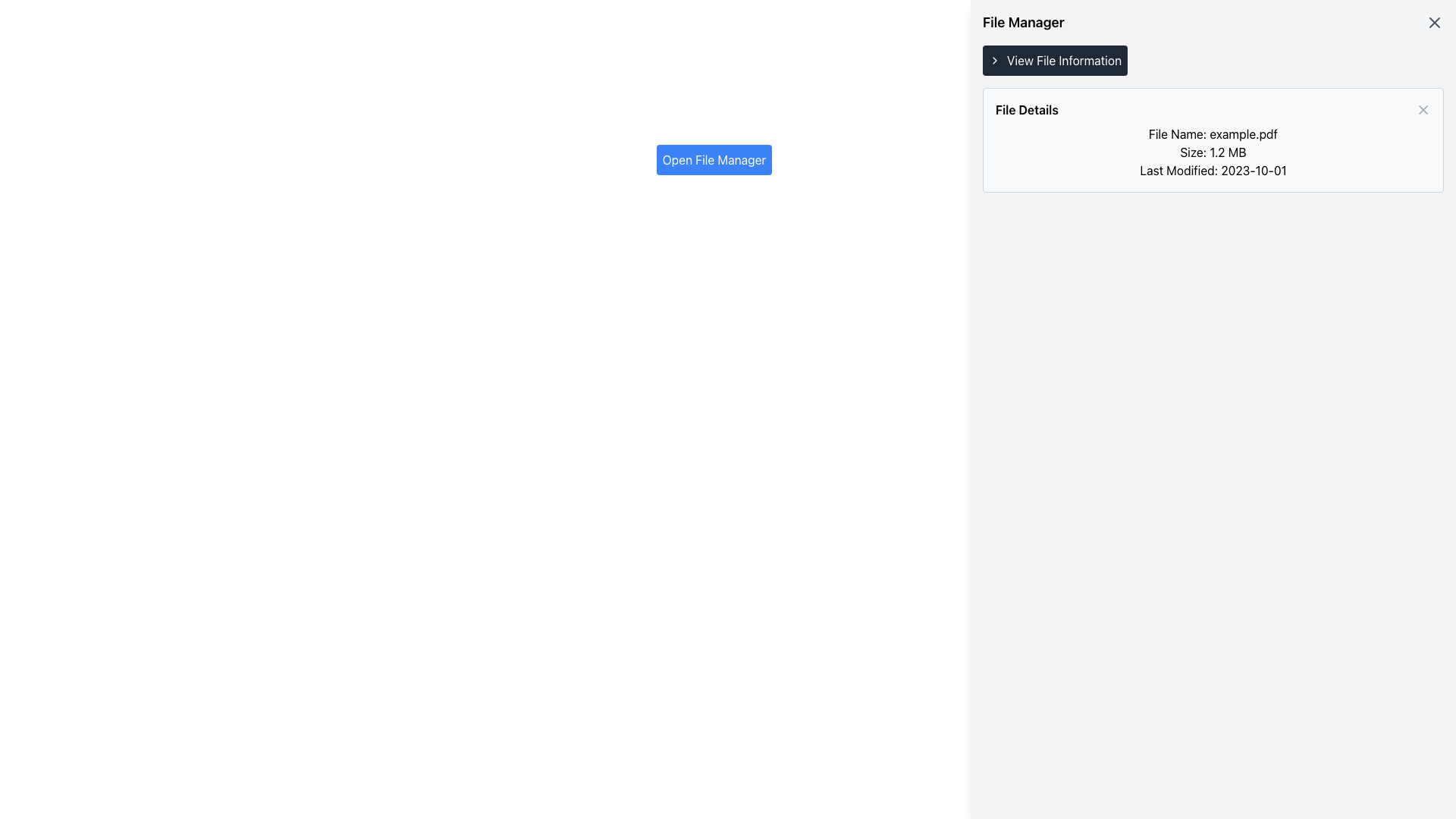 The image size is (1456, 819). I want to click on the button in the right-side panel under the 'File Manager' header, so click(1054, 60).